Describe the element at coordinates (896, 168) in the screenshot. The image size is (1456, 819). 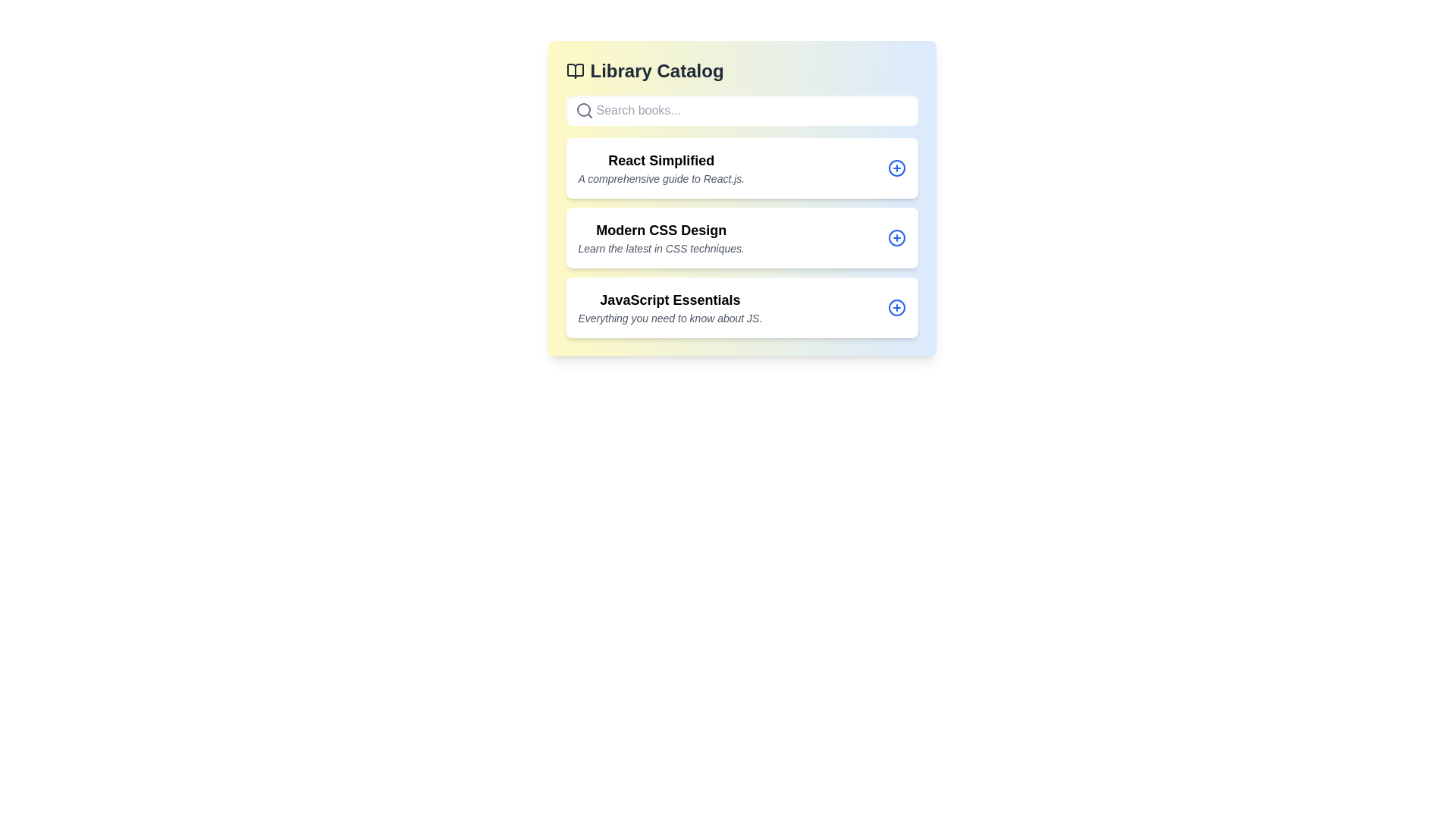
I see `plus icon next to the book titled 'React Simplified'` at that location.